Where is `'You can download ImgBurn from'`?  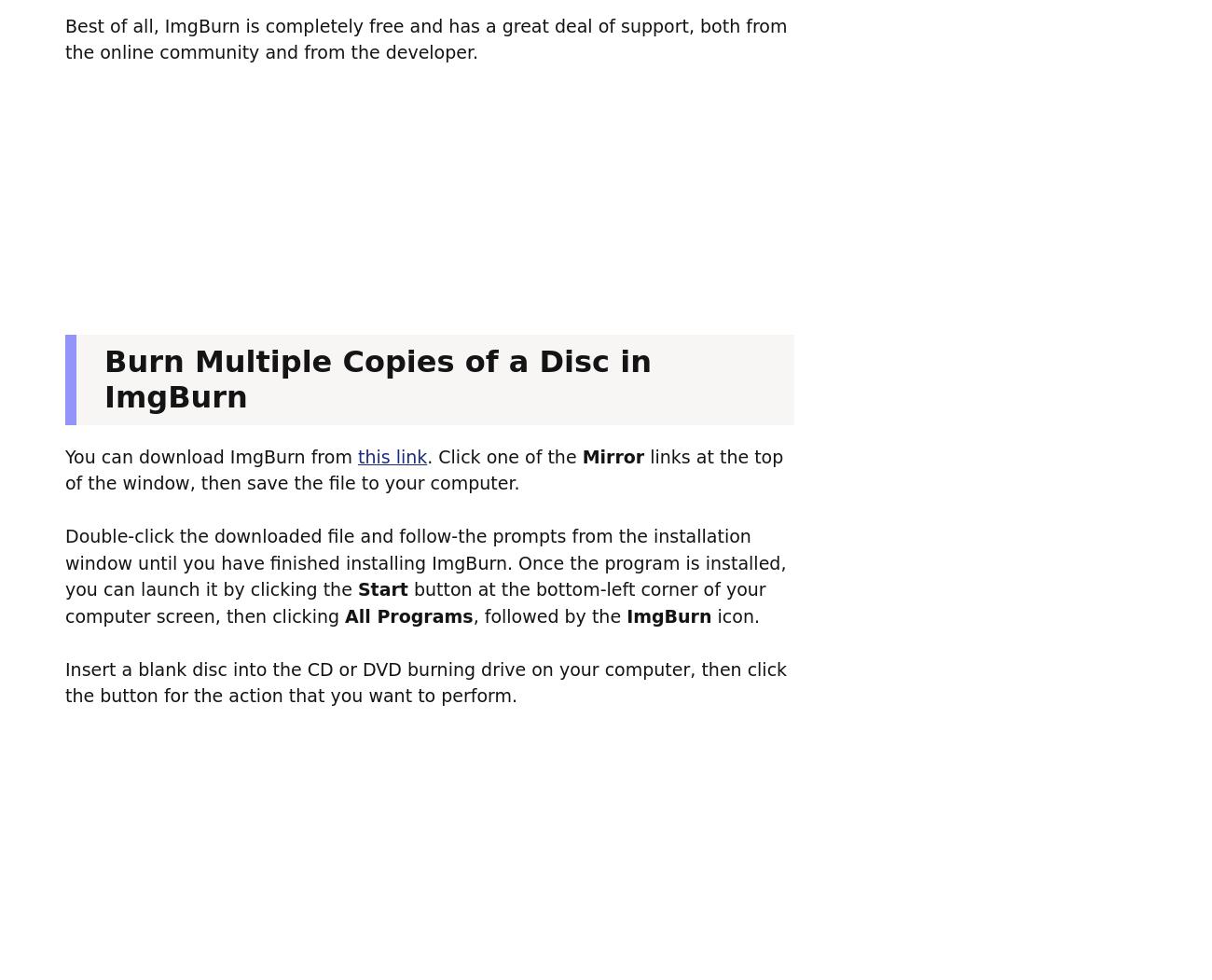
'You can download ImgBurn from' is located at coordinates (64, 456).